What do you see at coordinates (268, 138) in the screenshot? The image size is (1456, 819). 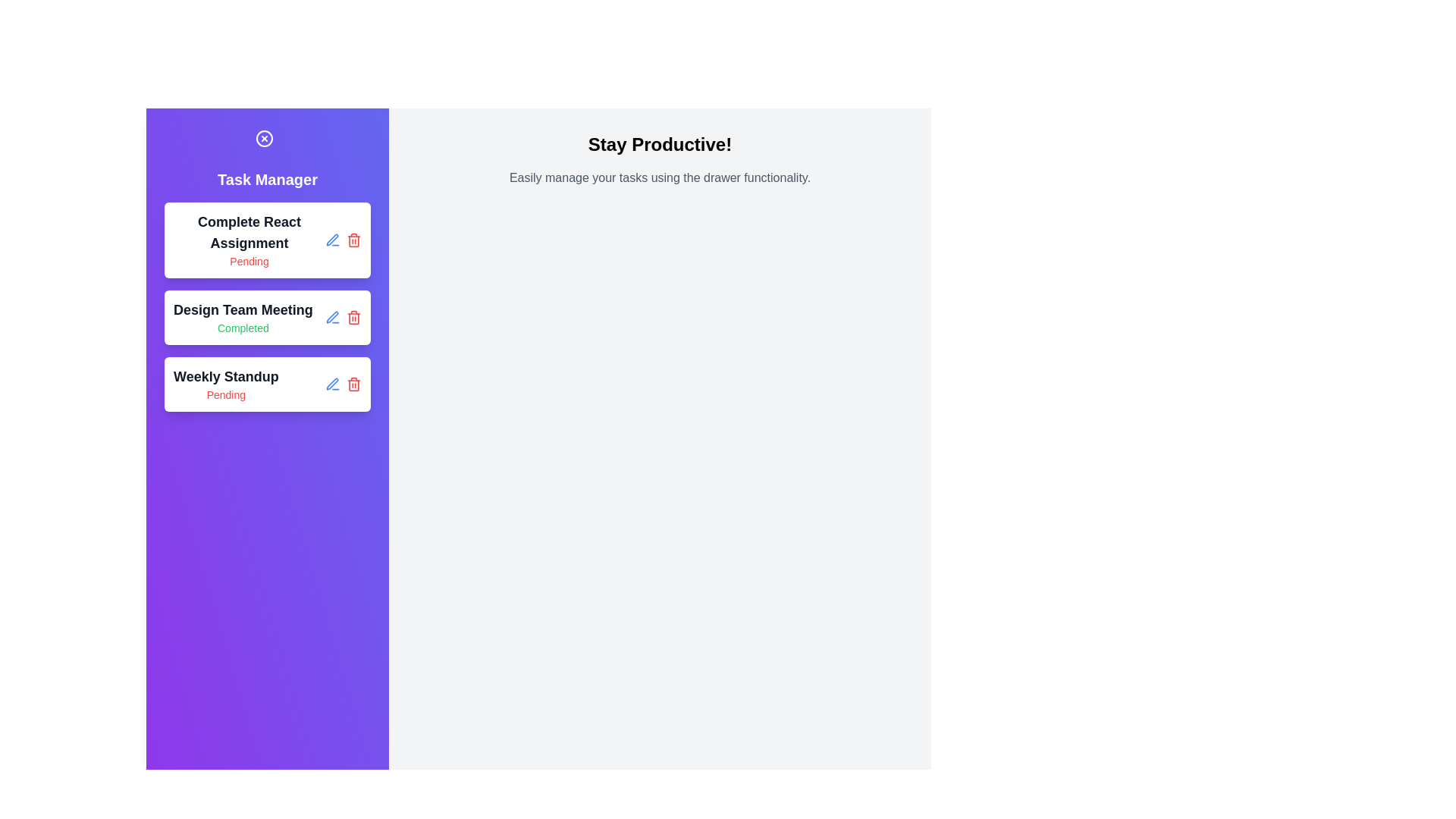 I see `the toggle button to close the drawer` at bounding box center [268, 138].